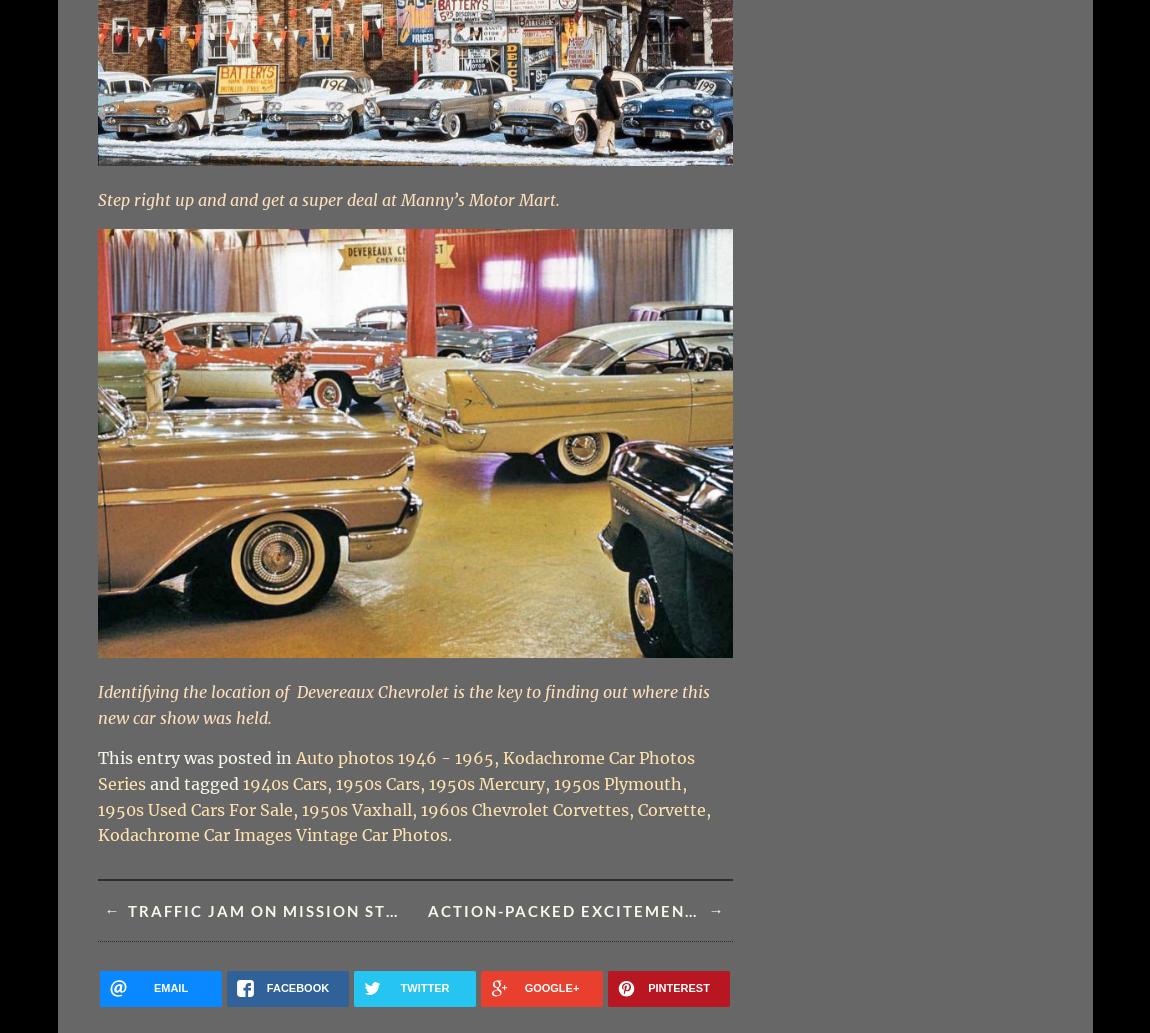  What do you see at coordinates (300, 809) in the screenshot?
I see `'1950s Vaxhall'` at bounding box center [300, 809].